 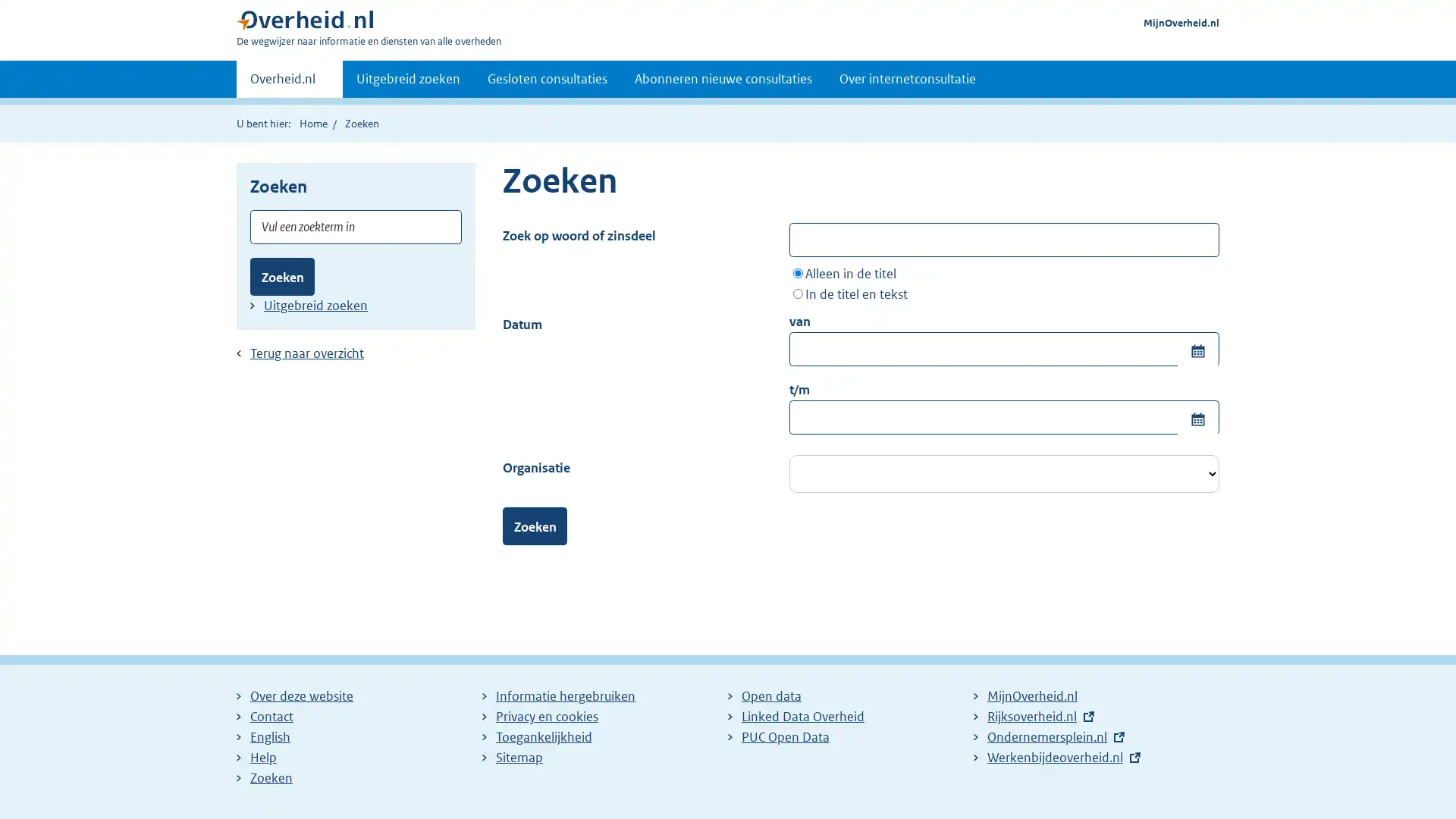 What do you see at coordinates (1197, 350) in the screenshot?
I see `Toon kalender` at bounding box center [1197, 350].